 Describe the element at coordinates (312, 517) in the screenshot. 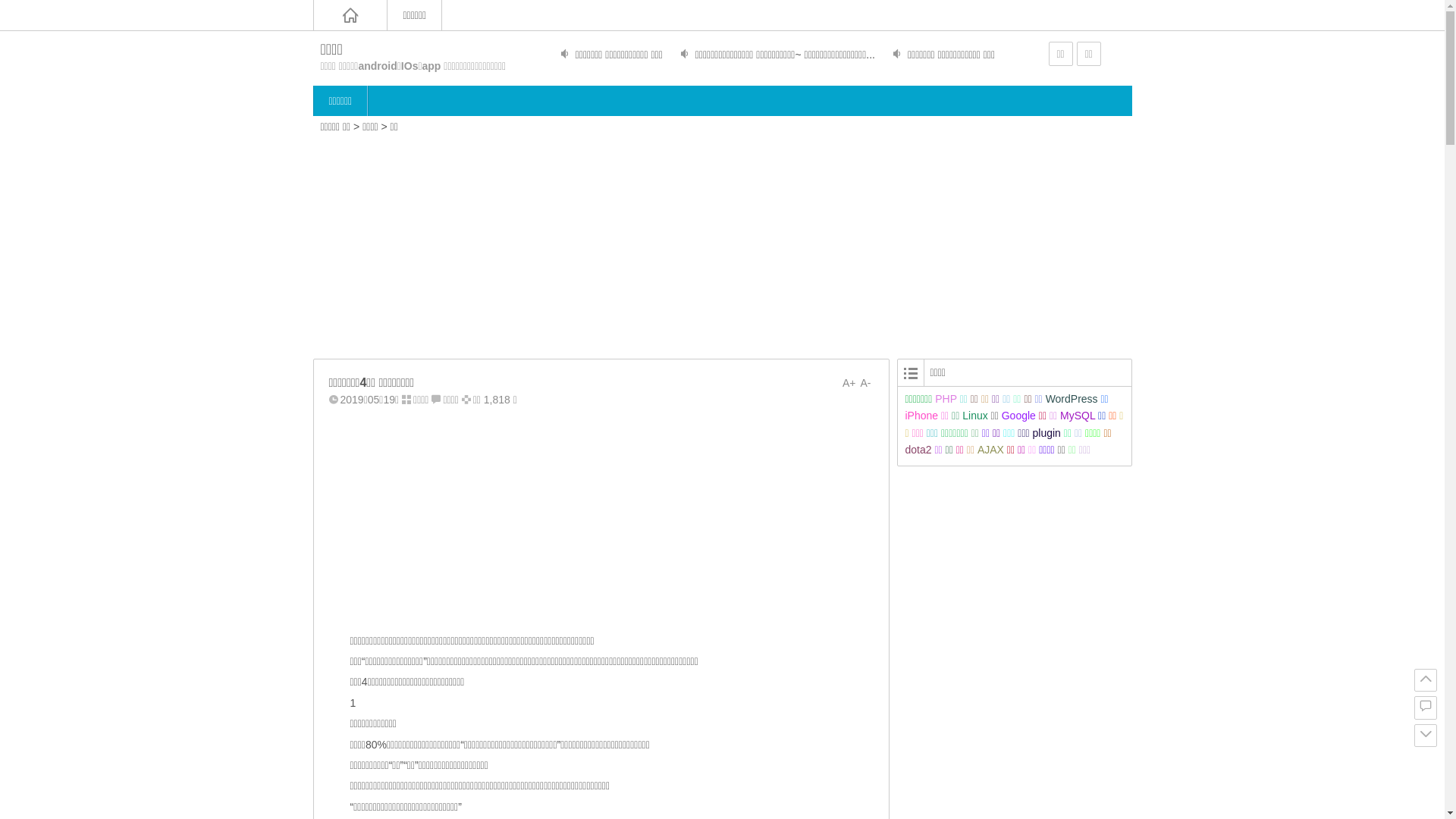

I see `'Advertisement'` at that location.